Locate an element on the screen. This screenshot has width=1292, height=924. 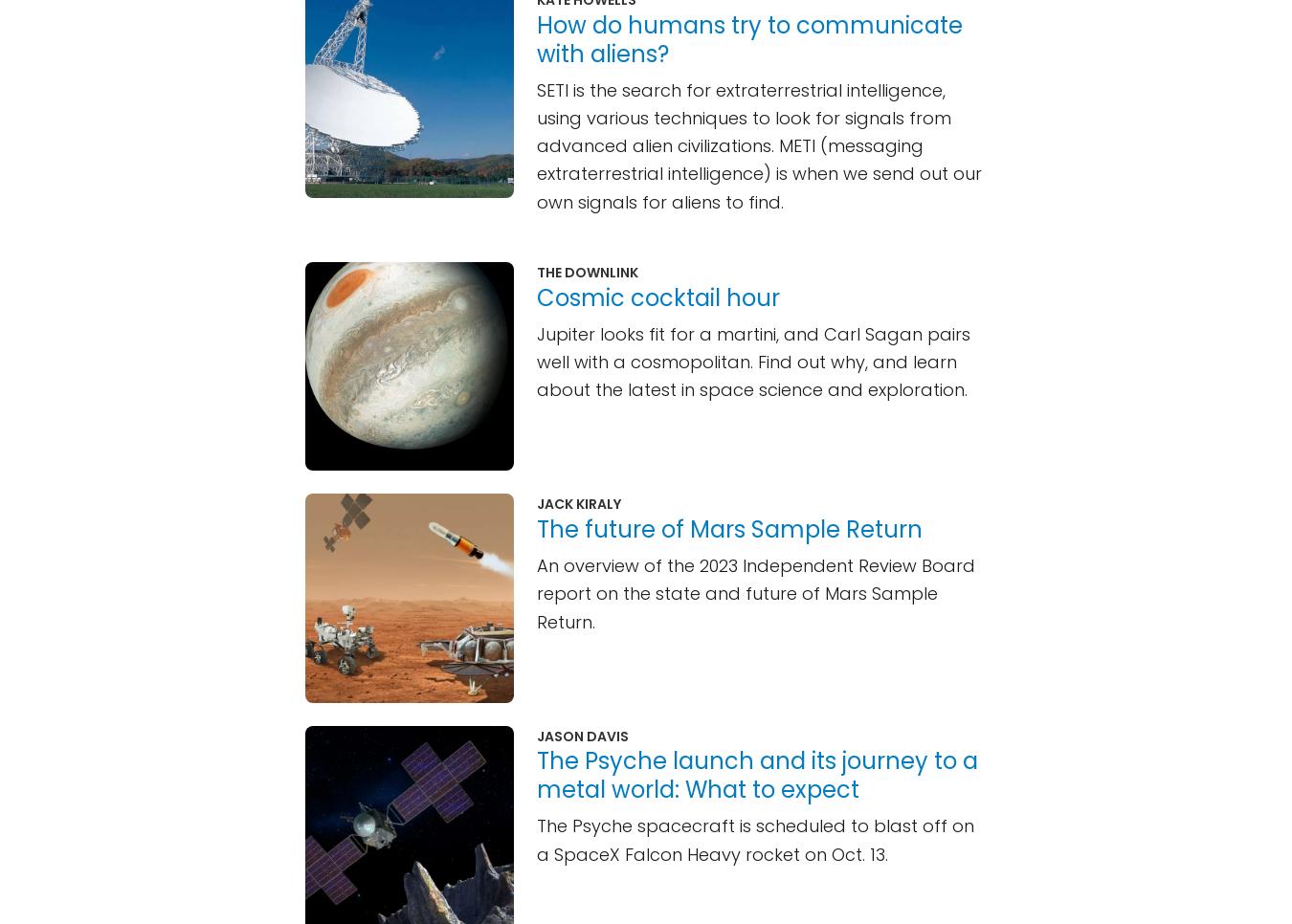
'Jupiter looks fit for a martini, and Carl Sagan pairs well with a cosmopolitan. Find out why, and learn about the latest in space science and exploration.' is located at coordinates (536, 360).